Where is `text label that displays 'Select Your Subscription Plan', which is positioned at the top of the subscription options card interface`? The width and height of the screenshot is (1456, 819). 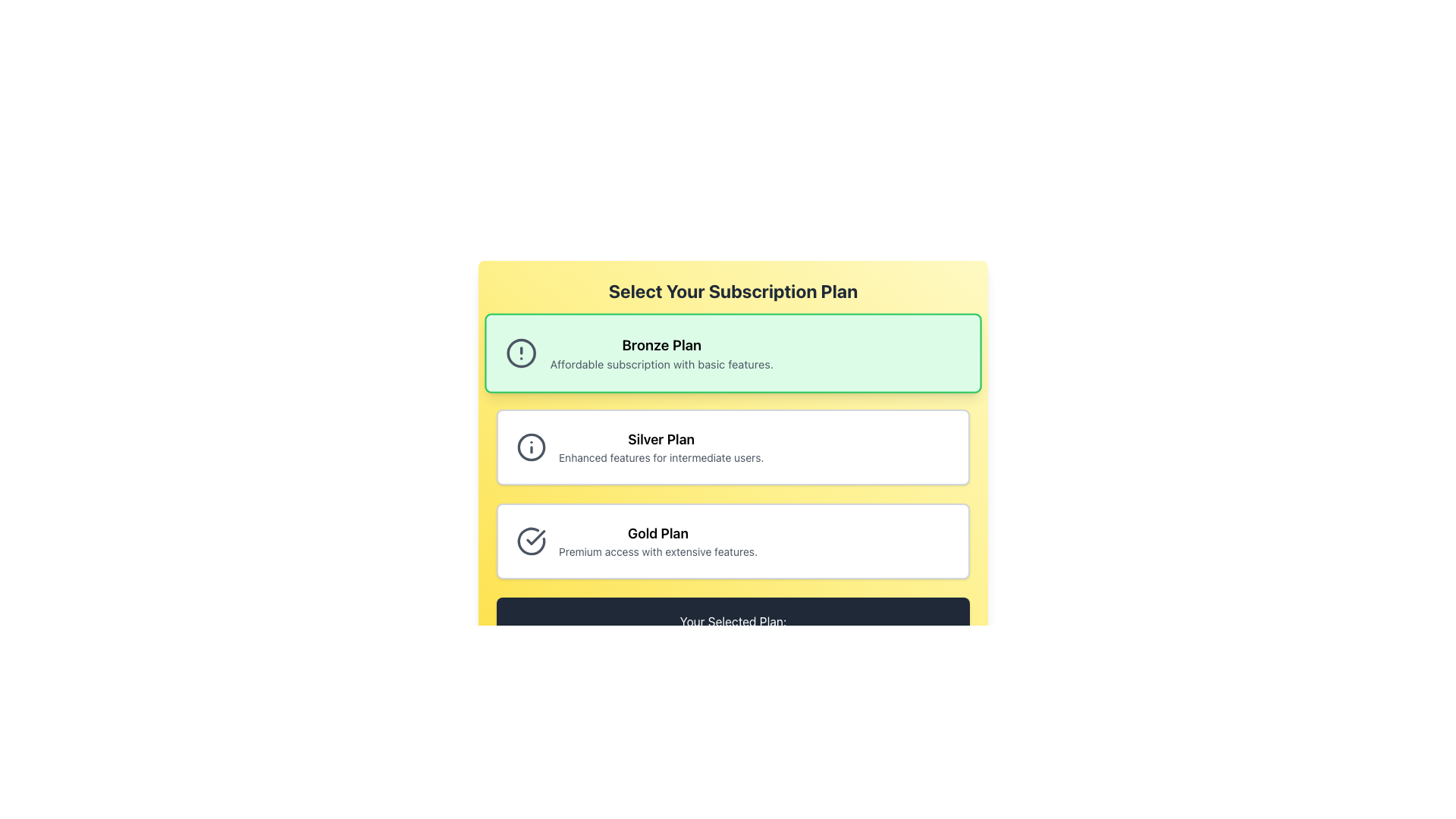
text label that displays 'Select Your Subscription Plan', which is positioned at the top of the subscription options card interface is located at coordinates (733, 291).